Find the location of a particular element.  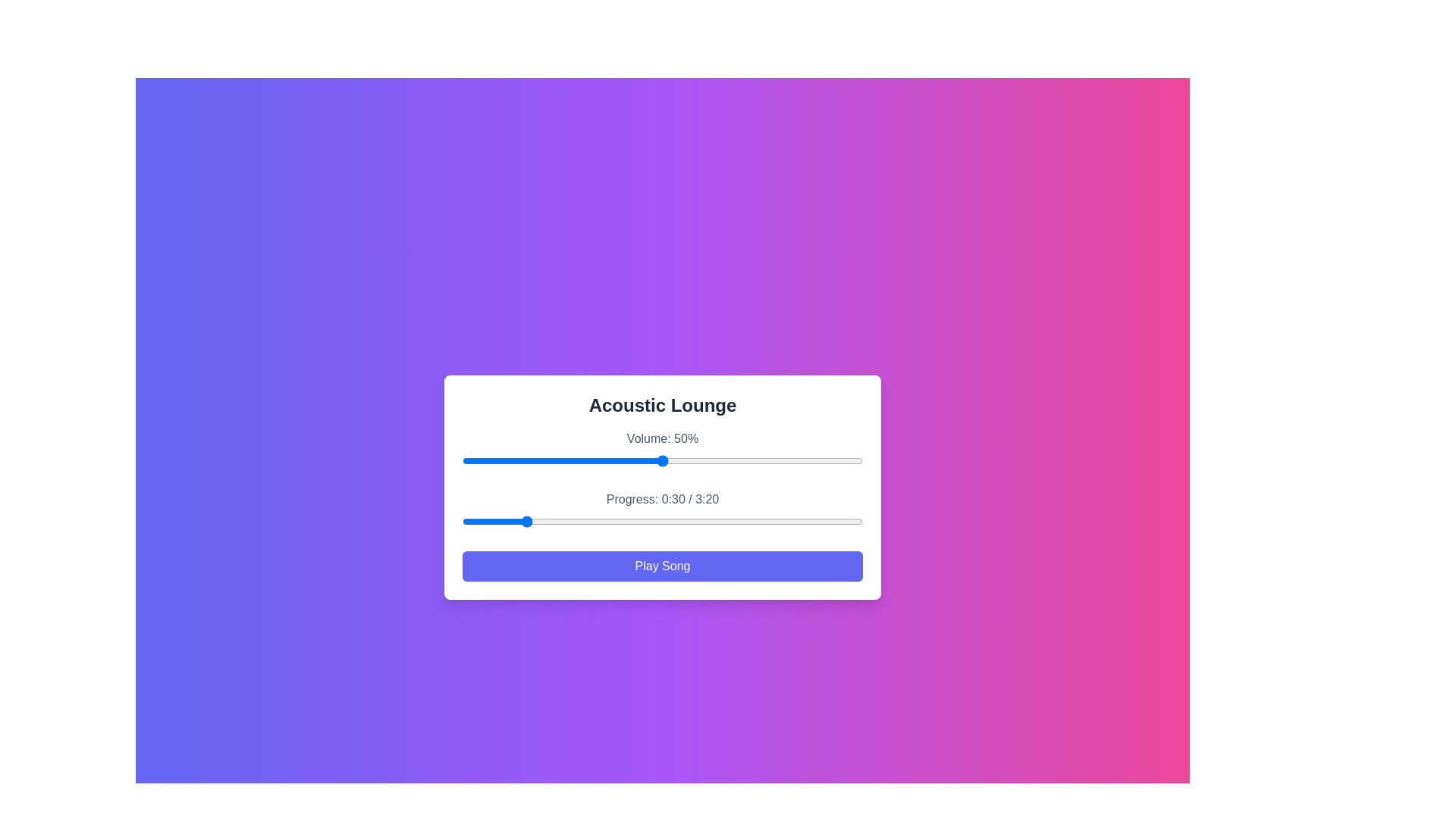

the volume to 88% by interacting with the slider is located at coordinates (814, 460).